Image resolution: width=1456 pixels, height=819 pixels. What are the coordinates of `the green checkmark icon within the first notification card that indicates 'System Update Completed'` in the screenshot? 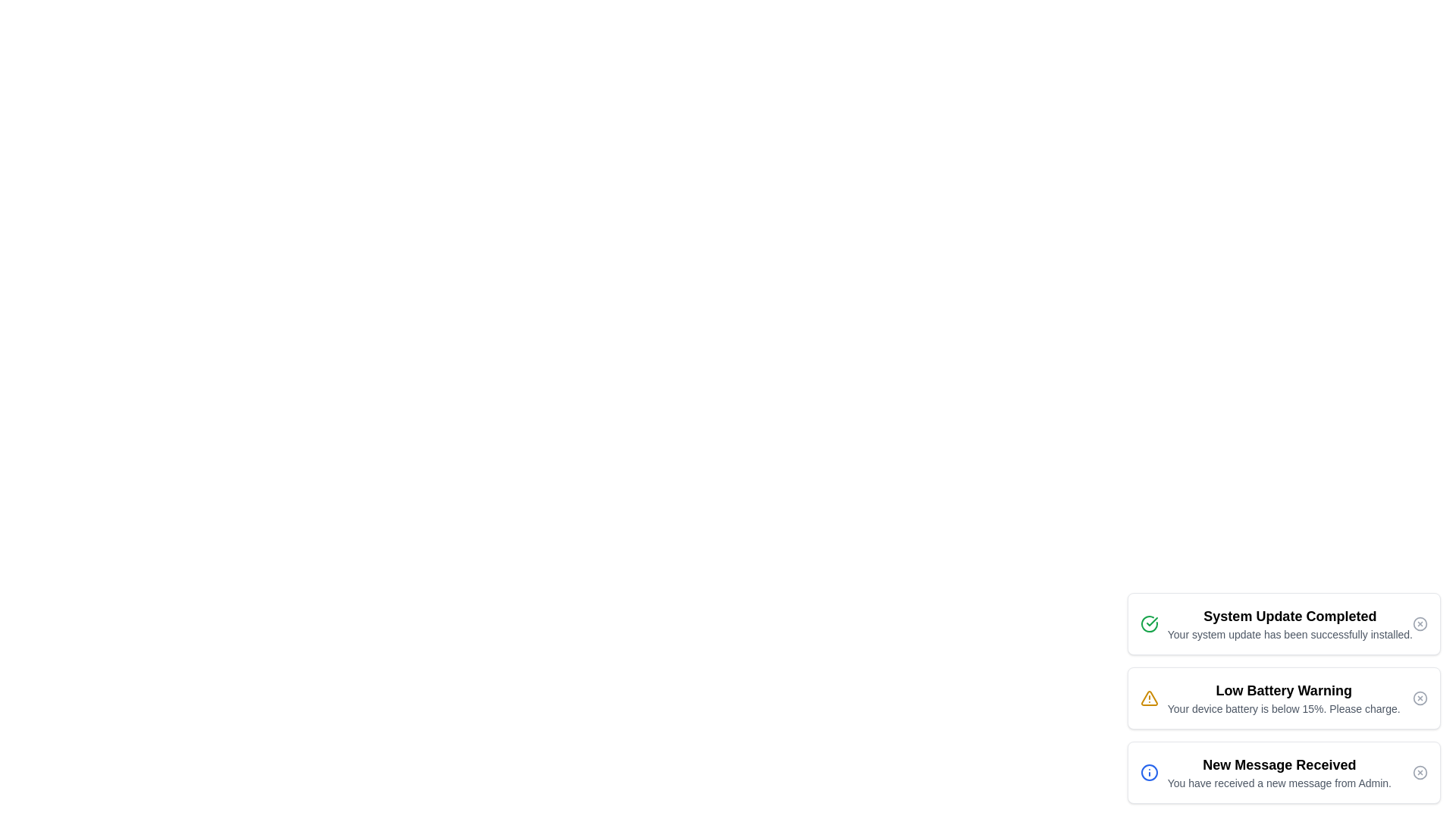 It's located at (1152, 622).